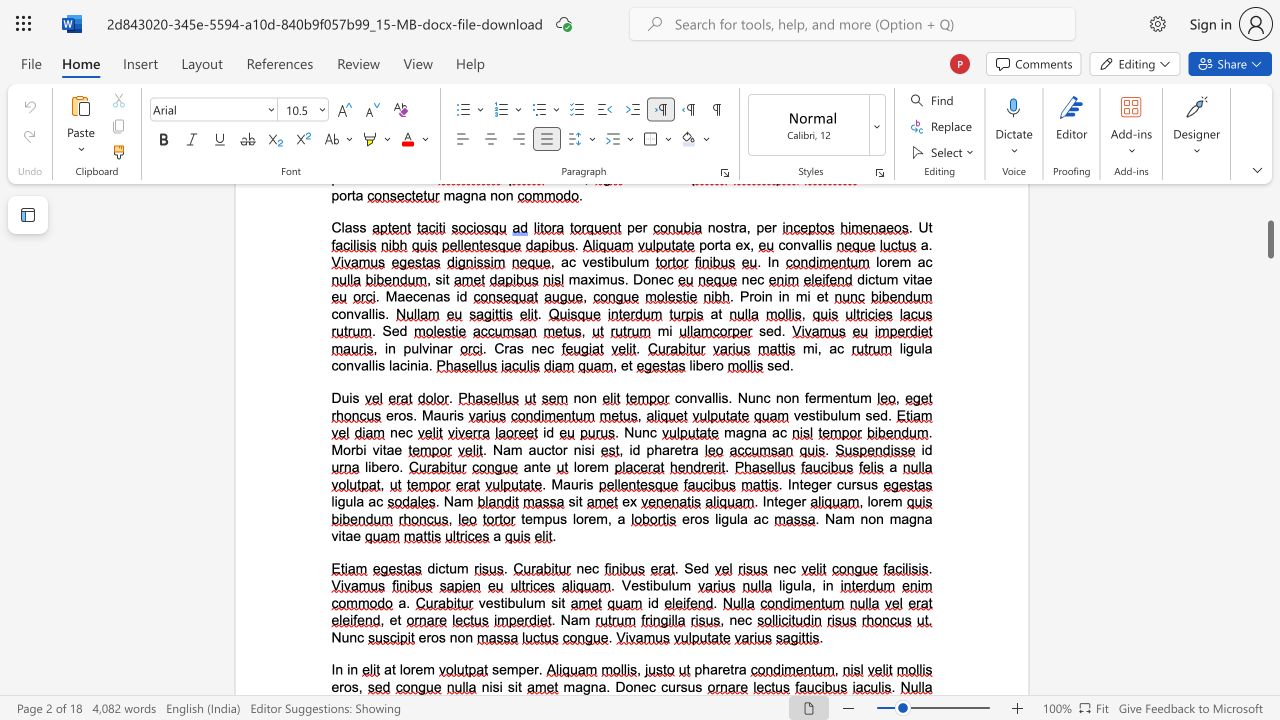 The height and width of the screenshot is (720, 1280). What do you see at coordinates (501, 686) in the screenshot?
I see `the 2th character "i" in the text` at bounding box center [501, 686].